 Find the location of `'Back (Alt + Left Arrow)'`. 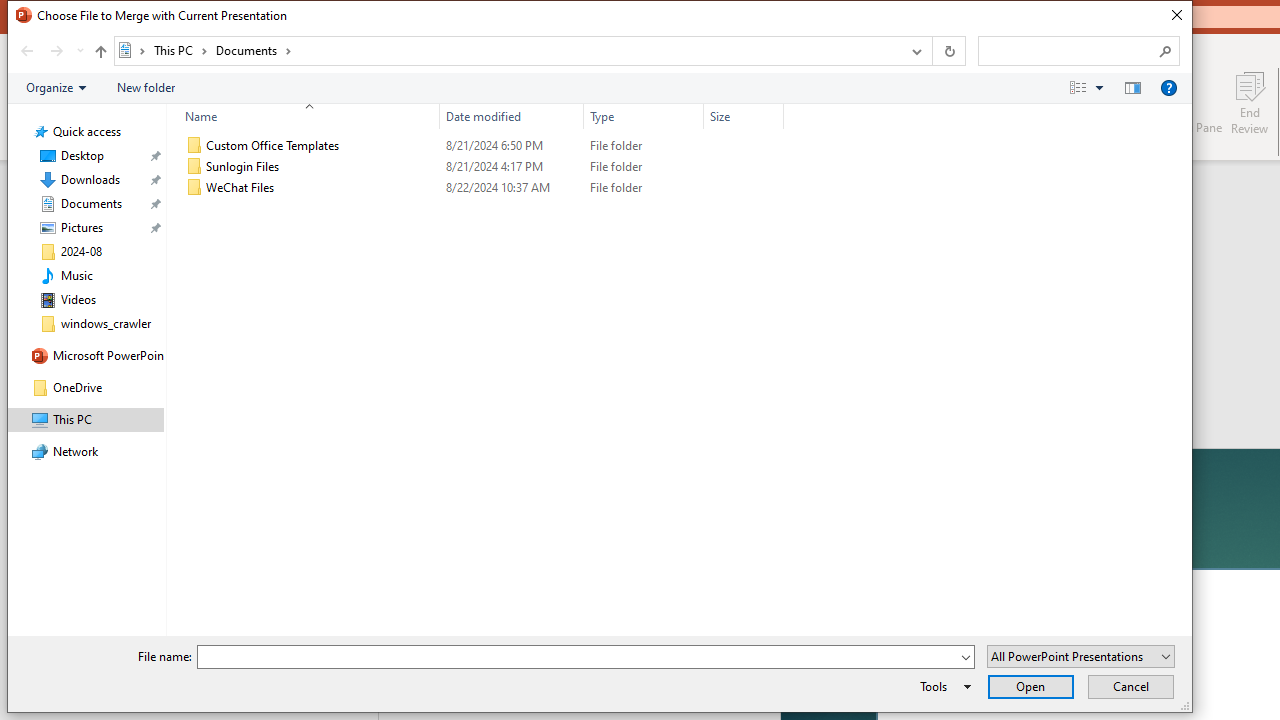

'Back (Alt + Left Arrow)' is located at coordinates (26, 50).